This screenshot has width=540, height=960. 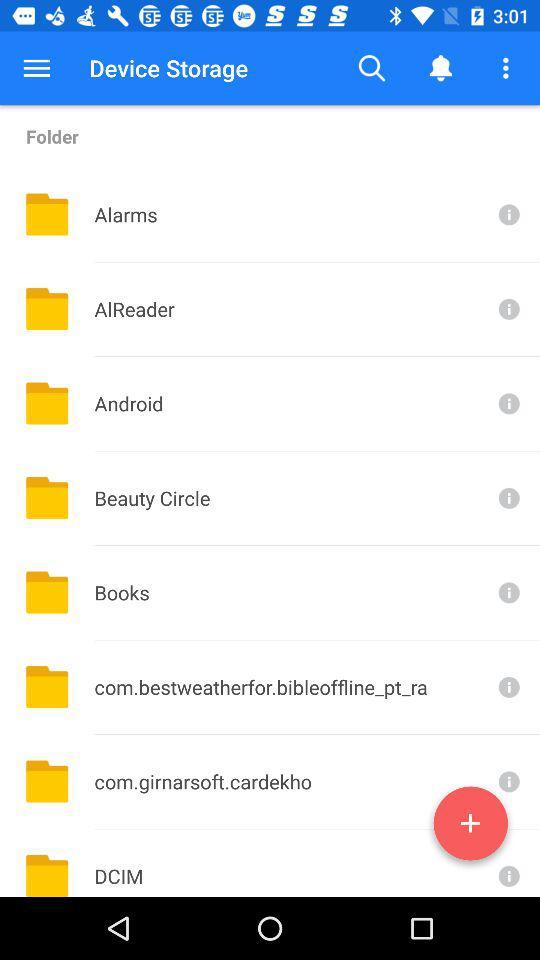 What do you see at coordinates (507, 402) in the screenshot?
I see `for more info` at bounding box center [507, 402].